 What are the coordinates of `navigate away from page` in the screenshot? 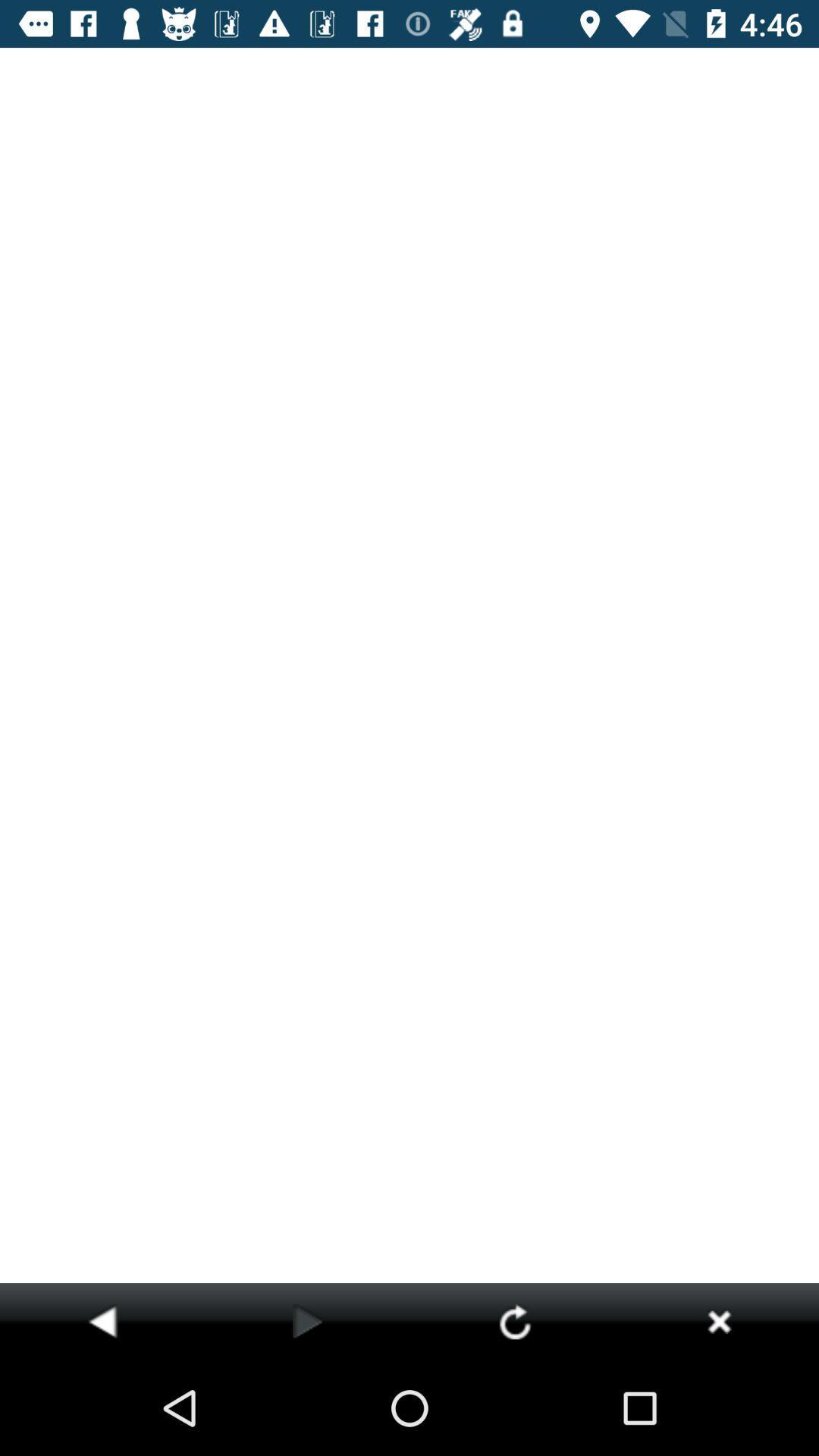 It's located at (718, 1320).